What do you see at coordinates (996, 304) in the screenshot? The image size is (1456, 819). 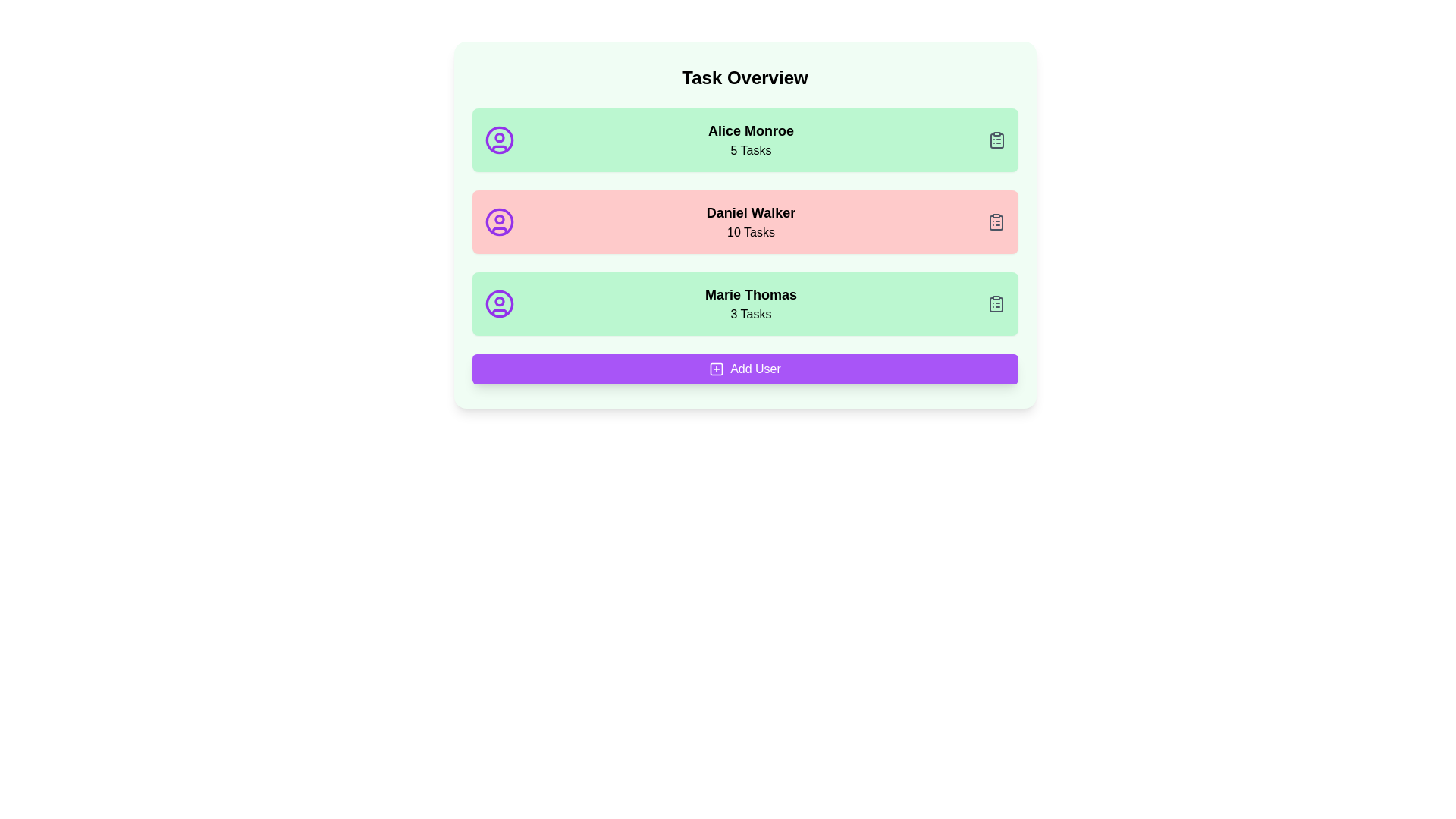 I see `the clipboard icon next to the task count for Marie Thomas` at bounding box center [996, 304].